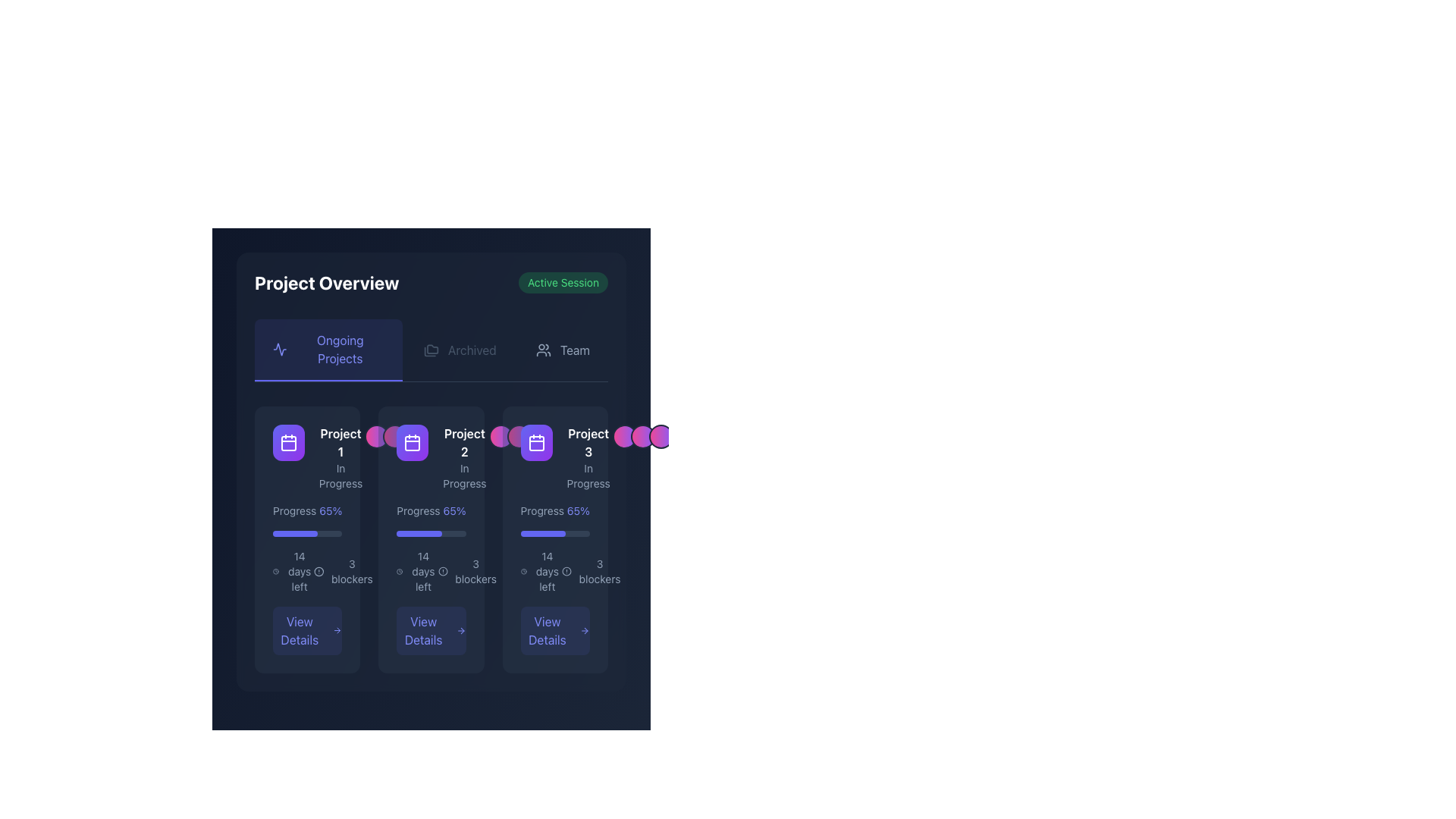 This screenshot has height=819, width=1456. What do you see at coordinates (542, 511) in the screenshot?
I see `the static text label indicating the progress status for 'Project 3', located above the progress percentage reading '65%.'` at bounding box center [542, 511].